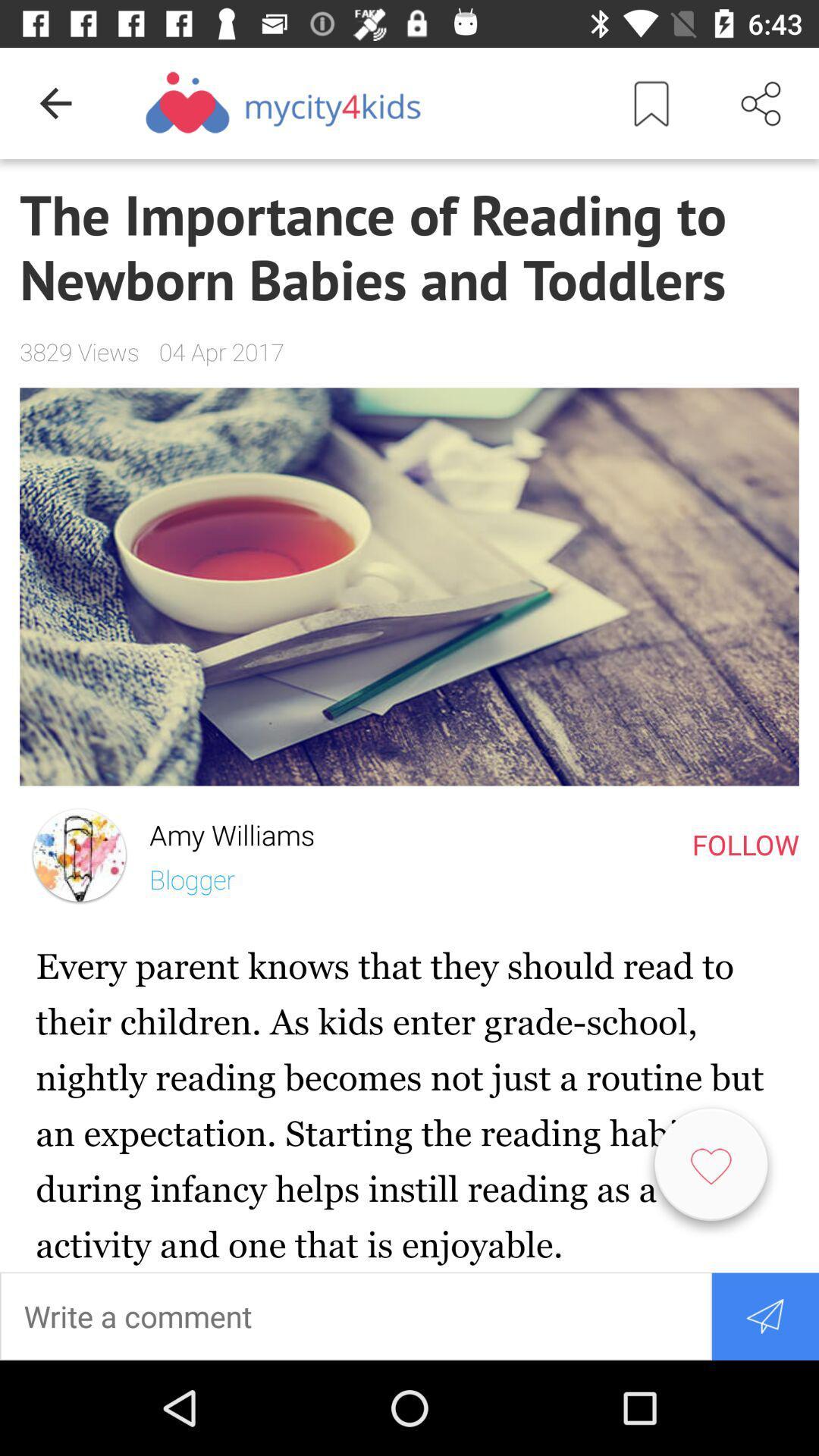  What do you see at coordinates (55, 102) in the screenshot?
I see `item above the importance of` at bounding box center [55, 102].